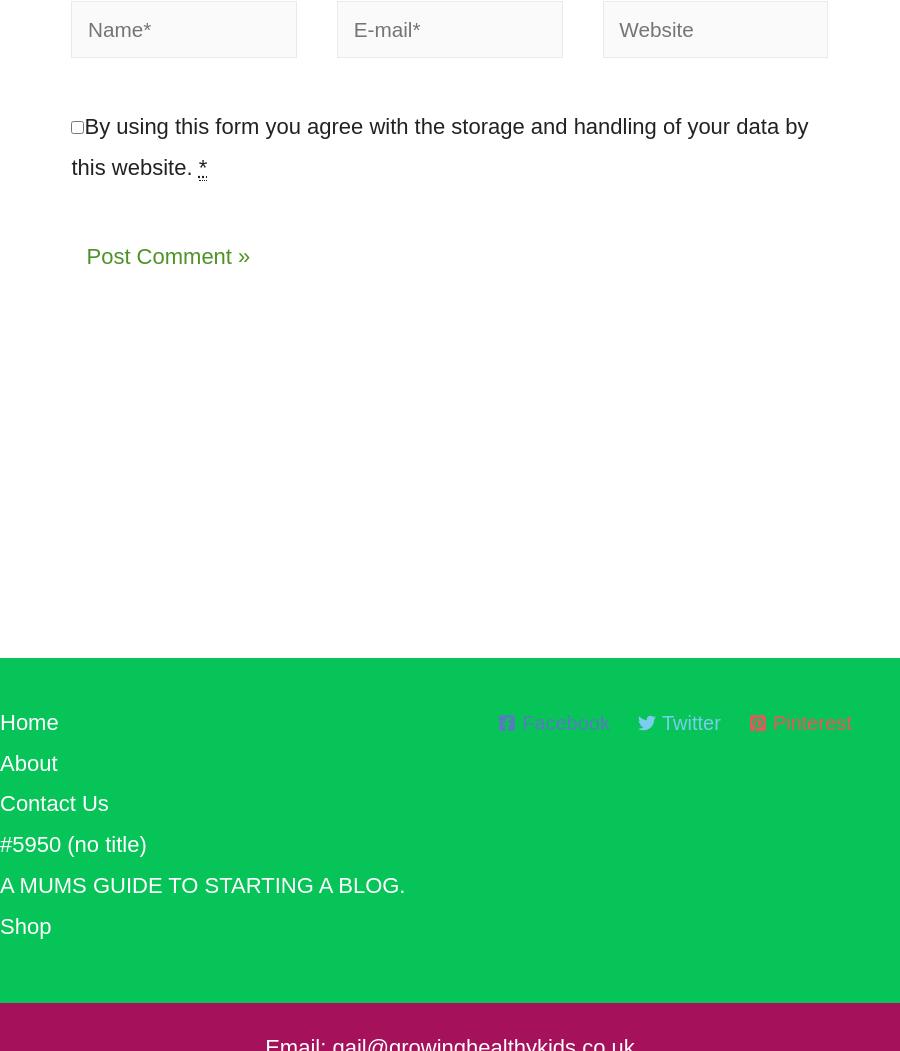 The height and width of the screenshot is (1051, 900). What do you see at coordinates (439, 154) in the screenshot?
I see `'By using this form you agree with the storage and handling of your data by this website.'` at bounding box center [439, 154].